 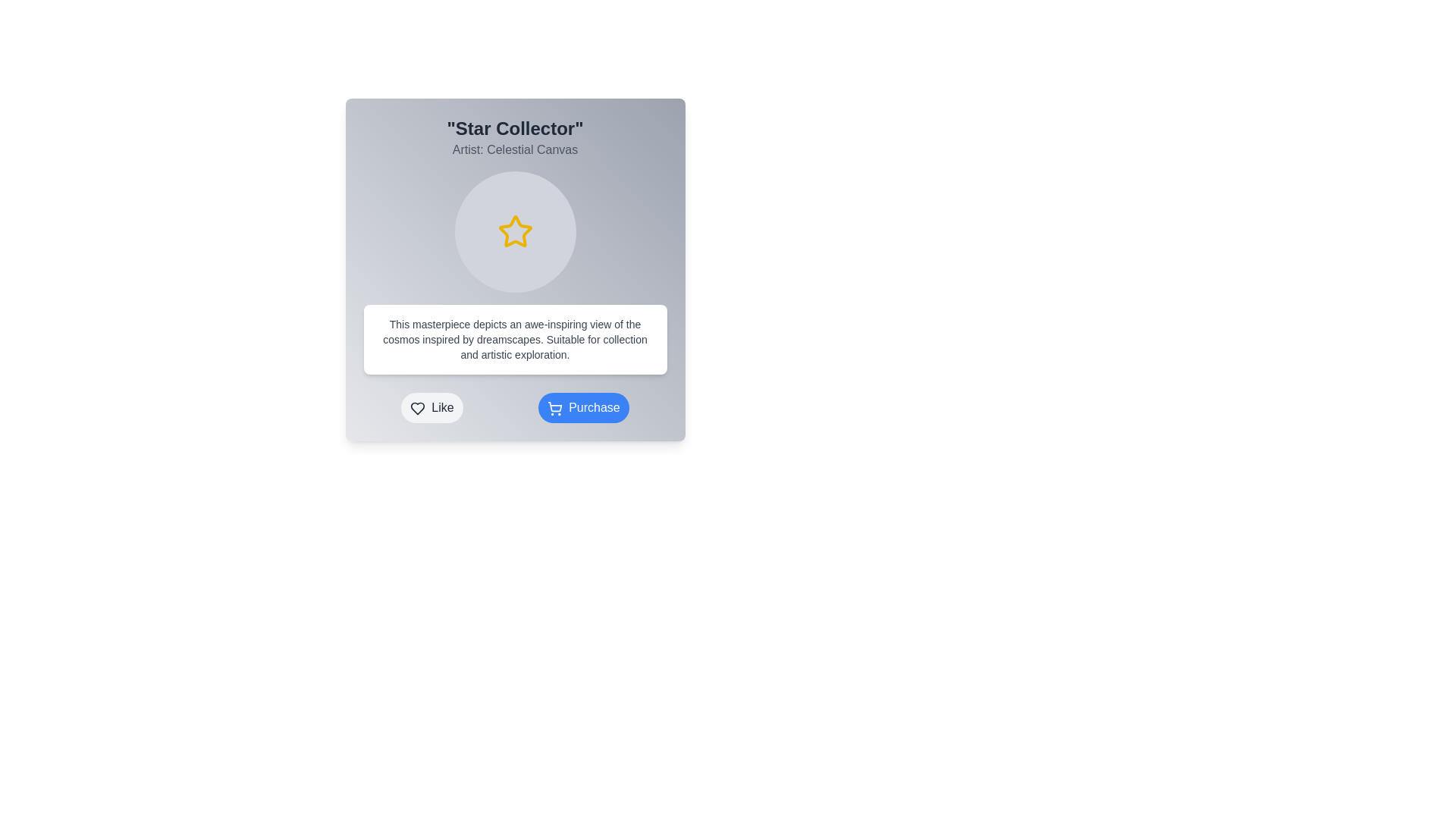 I want to click on the yellow star icon located at the center of the circular area within the card component, which is part of the 'Star Collector' title, so click(x=515, y=231).